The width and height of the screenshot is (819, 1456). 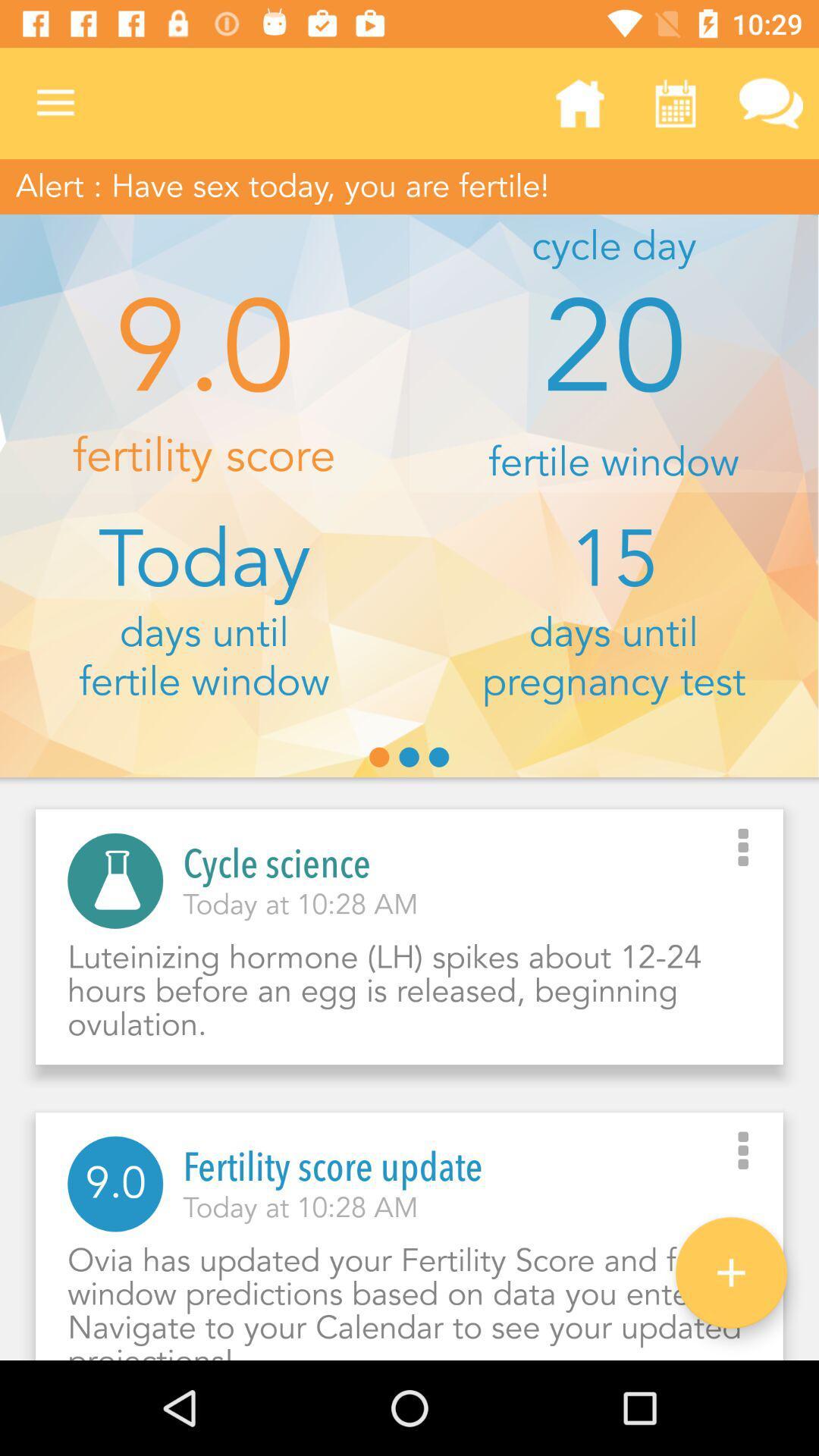 What do you see at coordinates (730, 1272) in the screenshot?
I see `the add icon` at bounding box center [730, 1272].